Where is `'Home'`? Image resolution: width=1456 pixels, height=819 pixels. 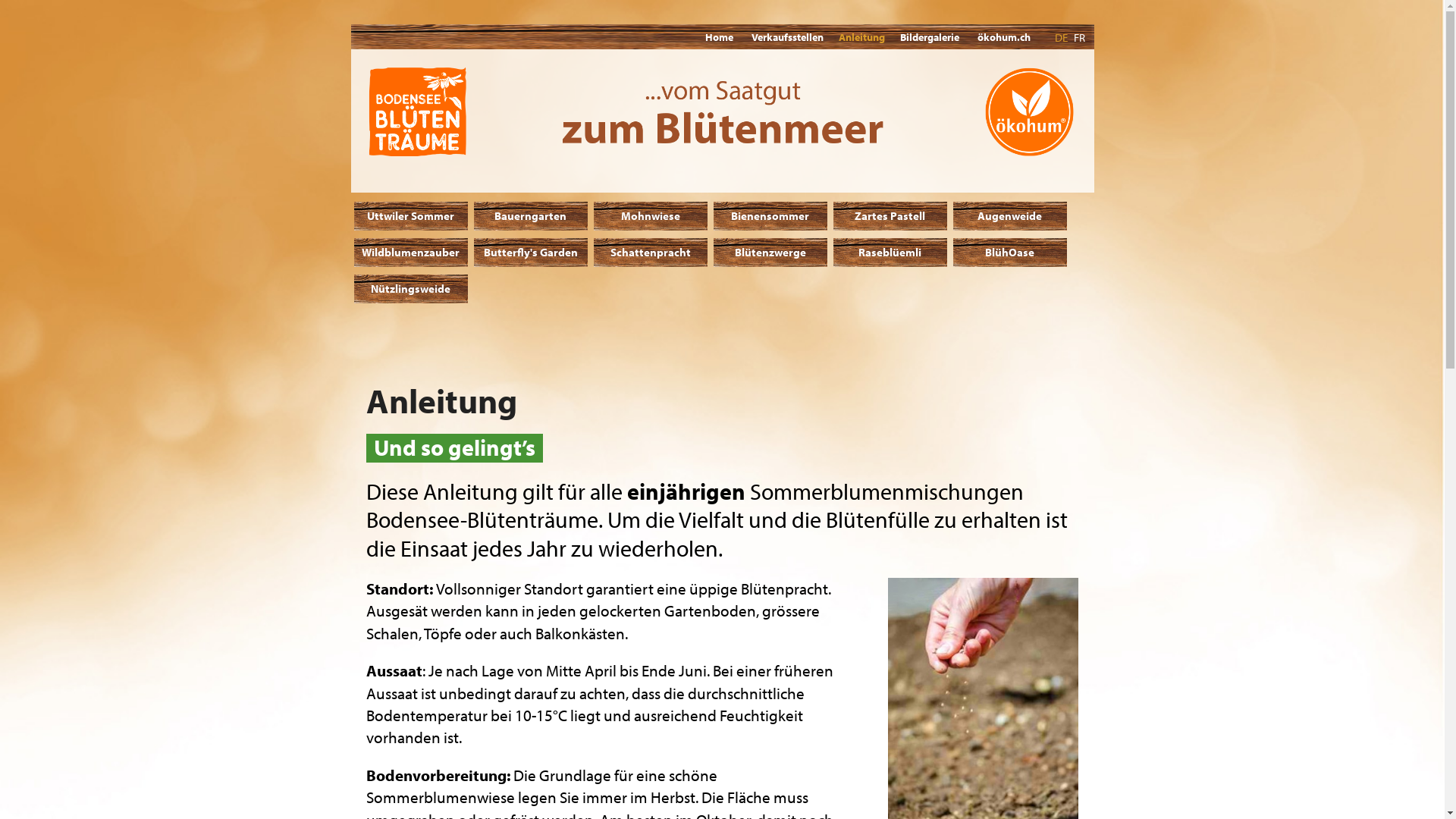 'Home' is located at coordinates (718, 37).